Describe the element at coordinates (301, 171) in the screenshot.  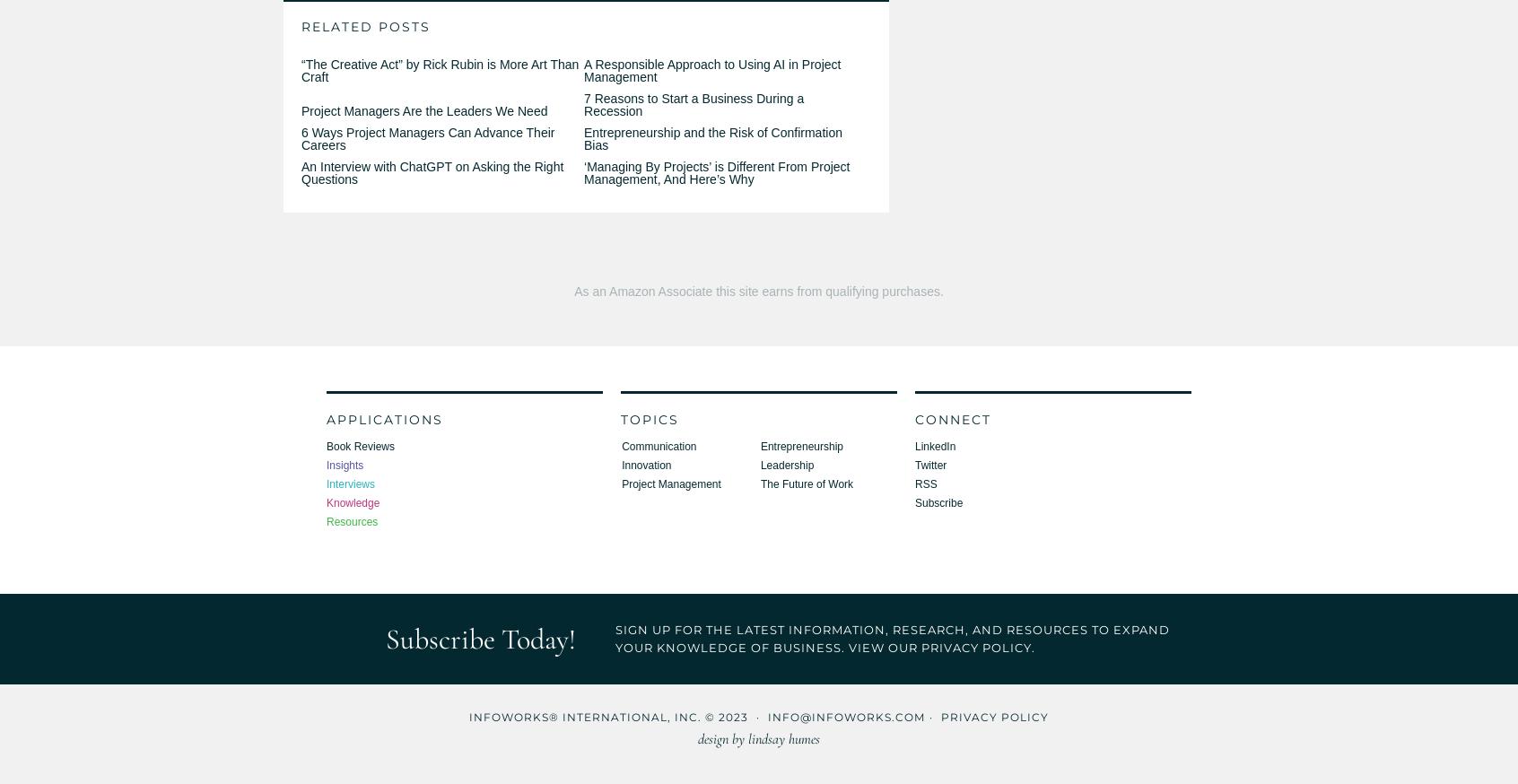
I see `'An Interview with ChatGPT on Asking the Right Questions'` at that location.